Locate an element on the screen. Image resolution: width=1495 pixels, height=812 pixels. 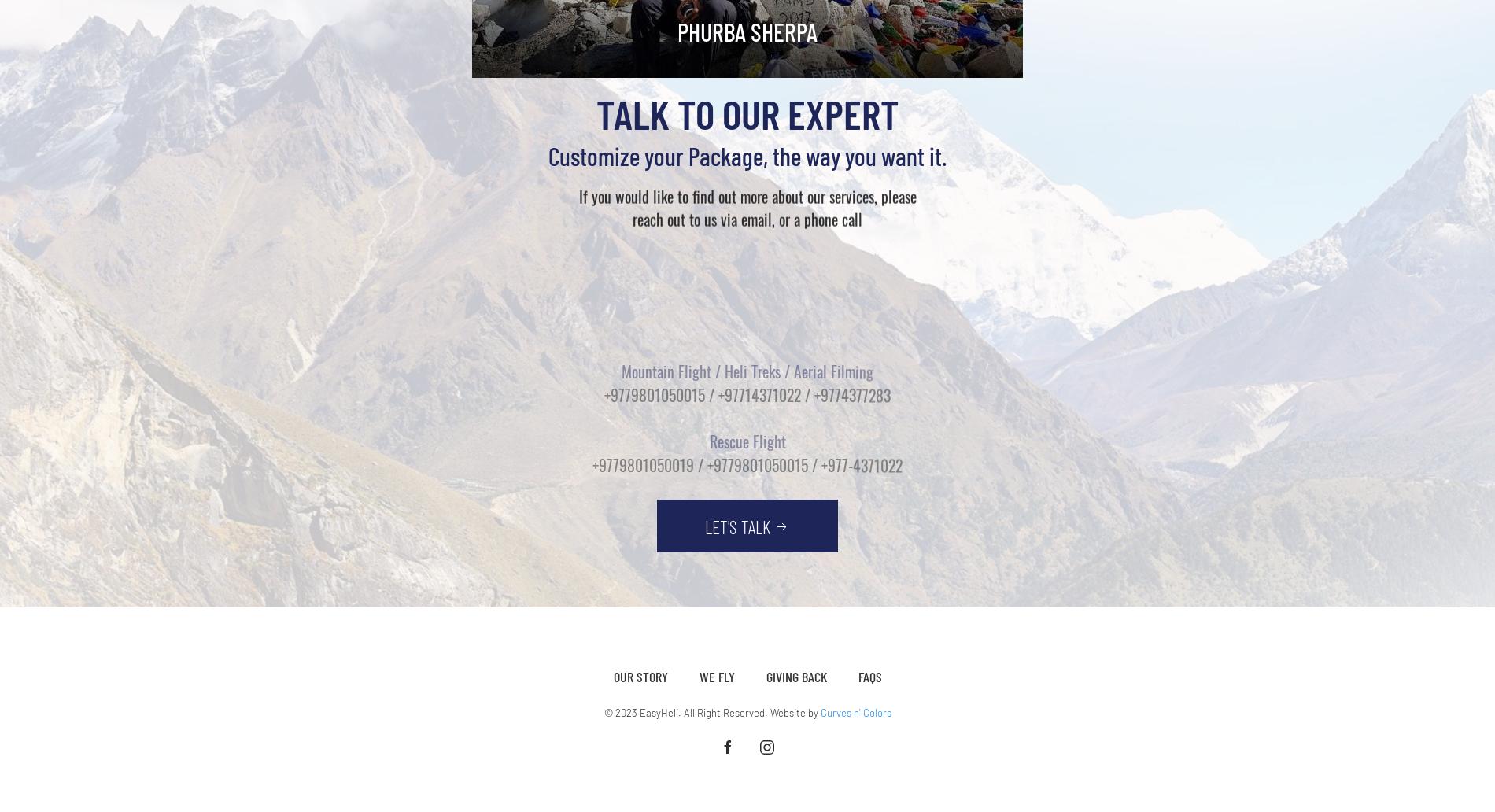
'Our Story' is located at coordinates (612, 676).